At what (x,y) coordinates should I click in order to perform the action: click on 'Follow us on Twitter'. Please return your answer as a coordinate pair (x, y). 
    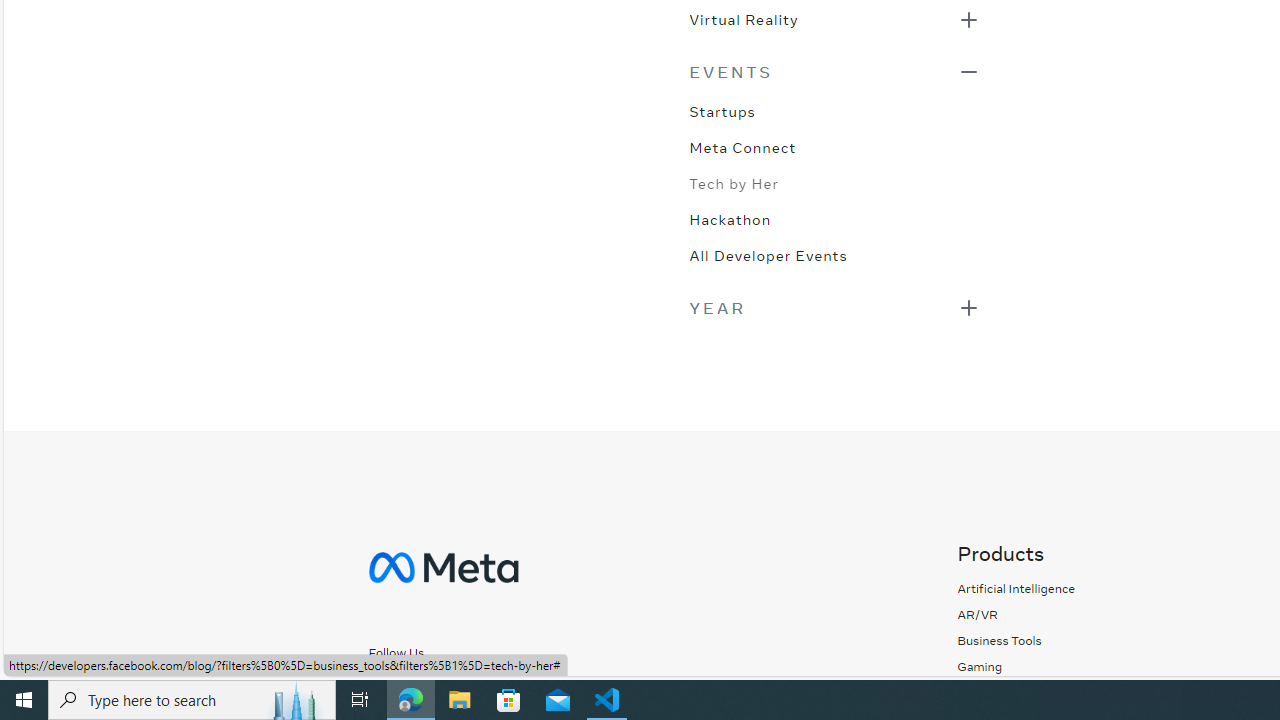
    Looking at the image, I should click on (477, 687).